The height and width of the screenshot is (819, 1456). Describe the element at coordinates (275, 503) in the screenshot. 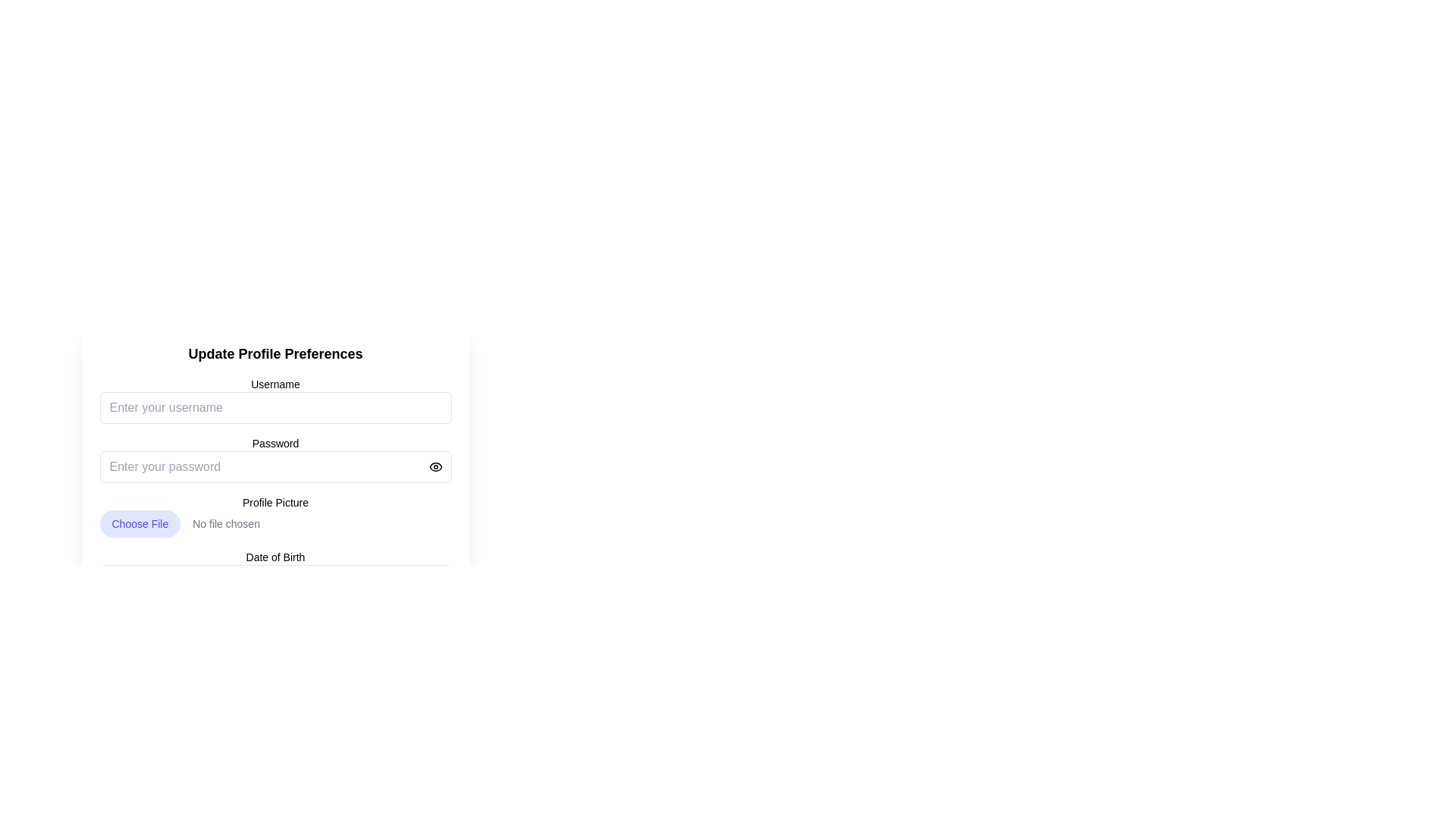

I see `the static text label reading 'Profile Picture' located within the 'Update Profile Preferences' form, positioned above the 'Choose File' input and below the password input field` at that location.